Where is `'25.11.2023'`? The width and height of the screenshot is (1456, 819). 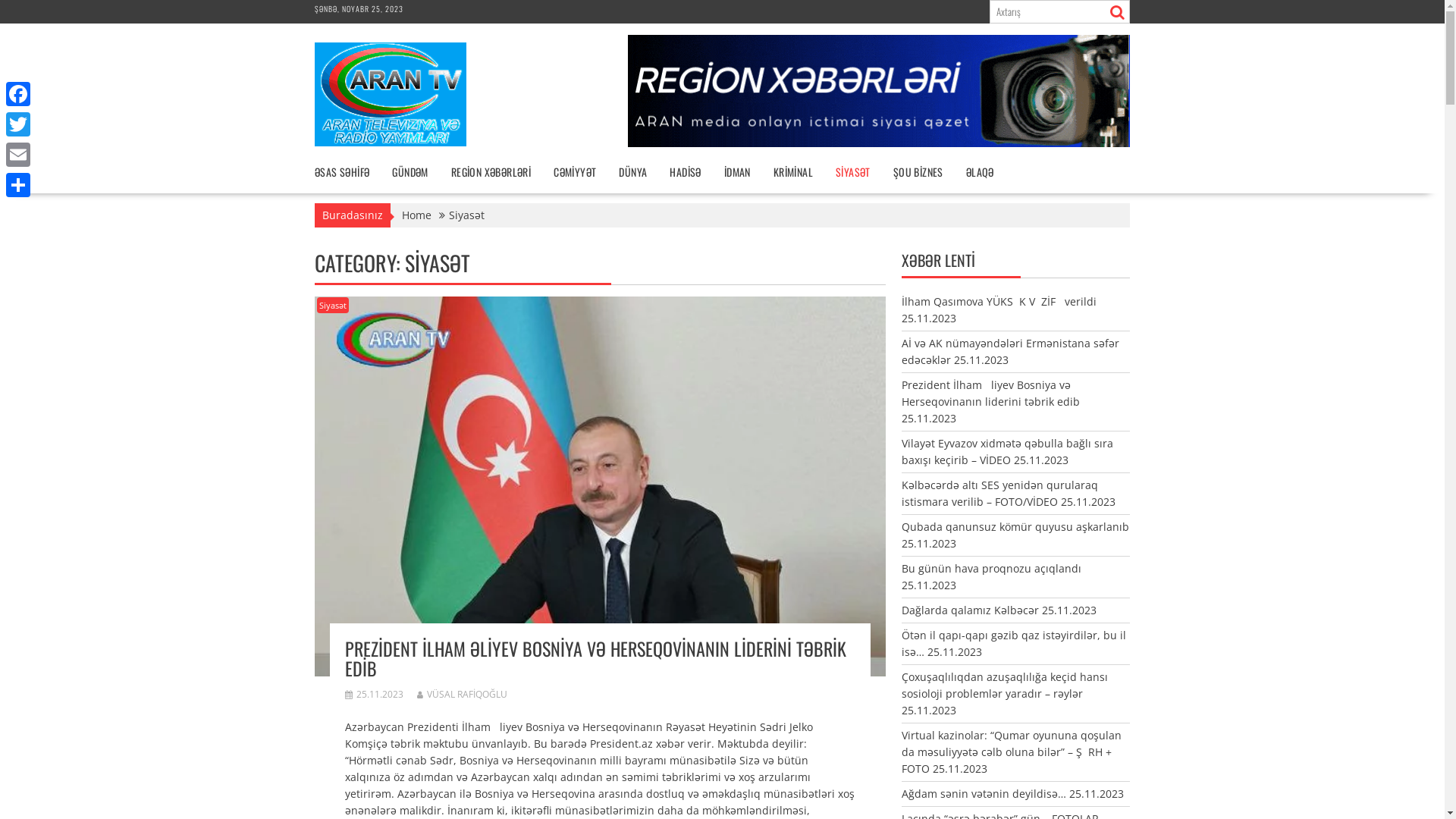 '25.11.2023' is located at coordinates (344, 694).